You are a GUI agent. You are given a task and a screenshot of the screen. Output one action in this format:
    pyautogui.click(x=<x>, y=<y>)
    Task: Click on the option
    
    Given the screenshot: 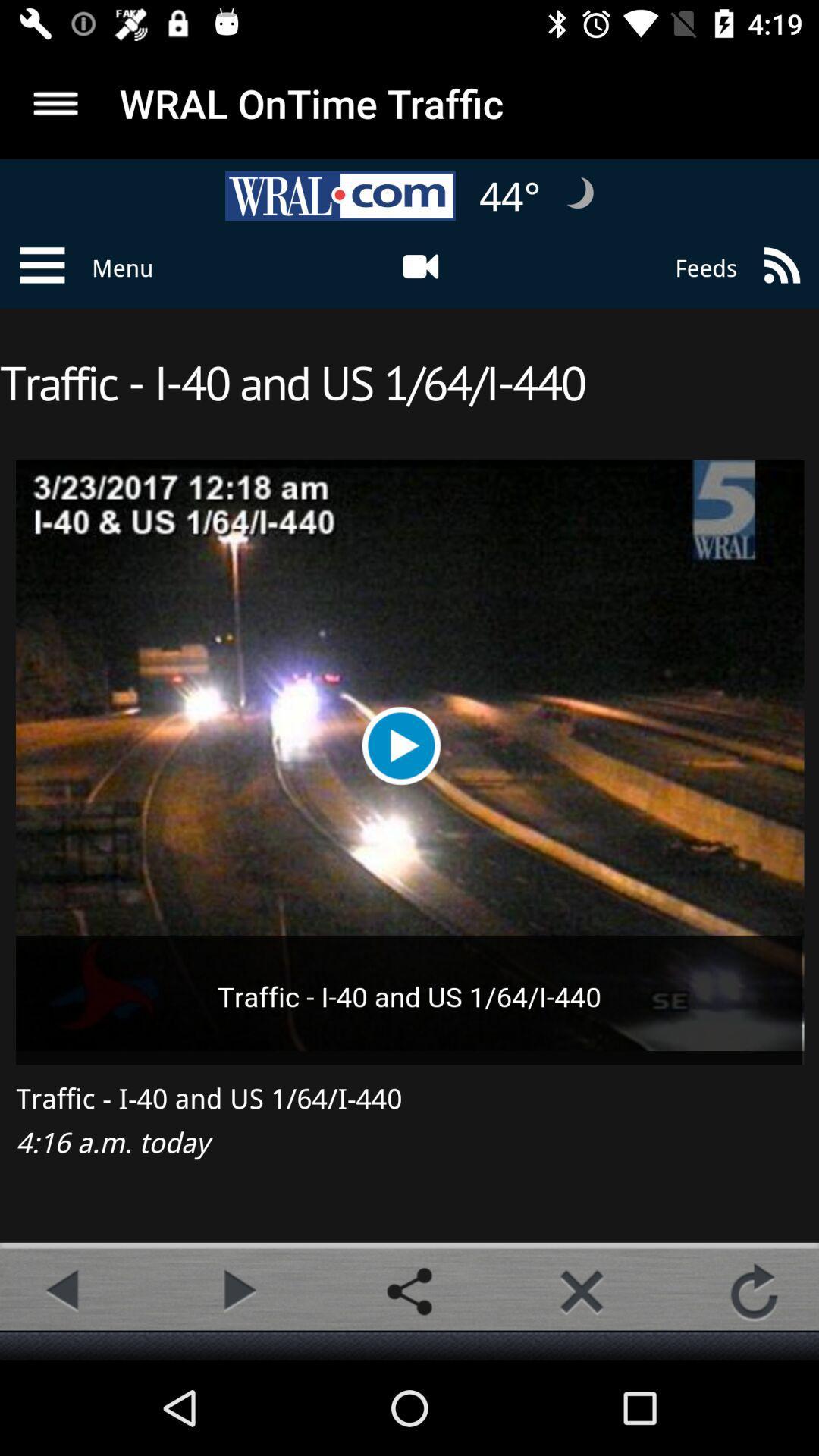 What is the action you would take?
    pyautogui.click(x=237, y=1291)
    